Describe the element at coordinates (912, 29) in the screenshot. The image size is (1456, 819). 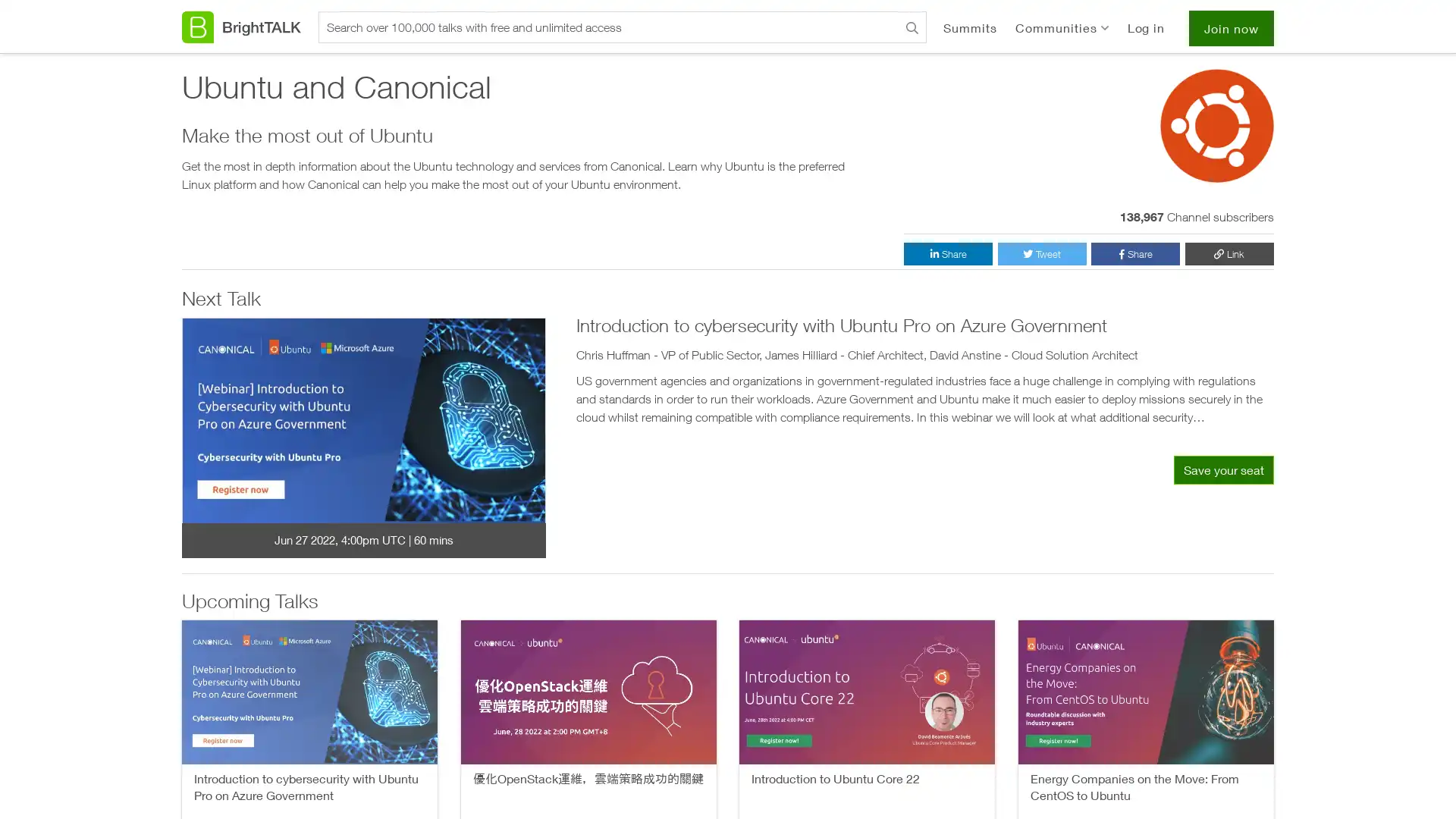
I see `Search BrightTALK` at that location.